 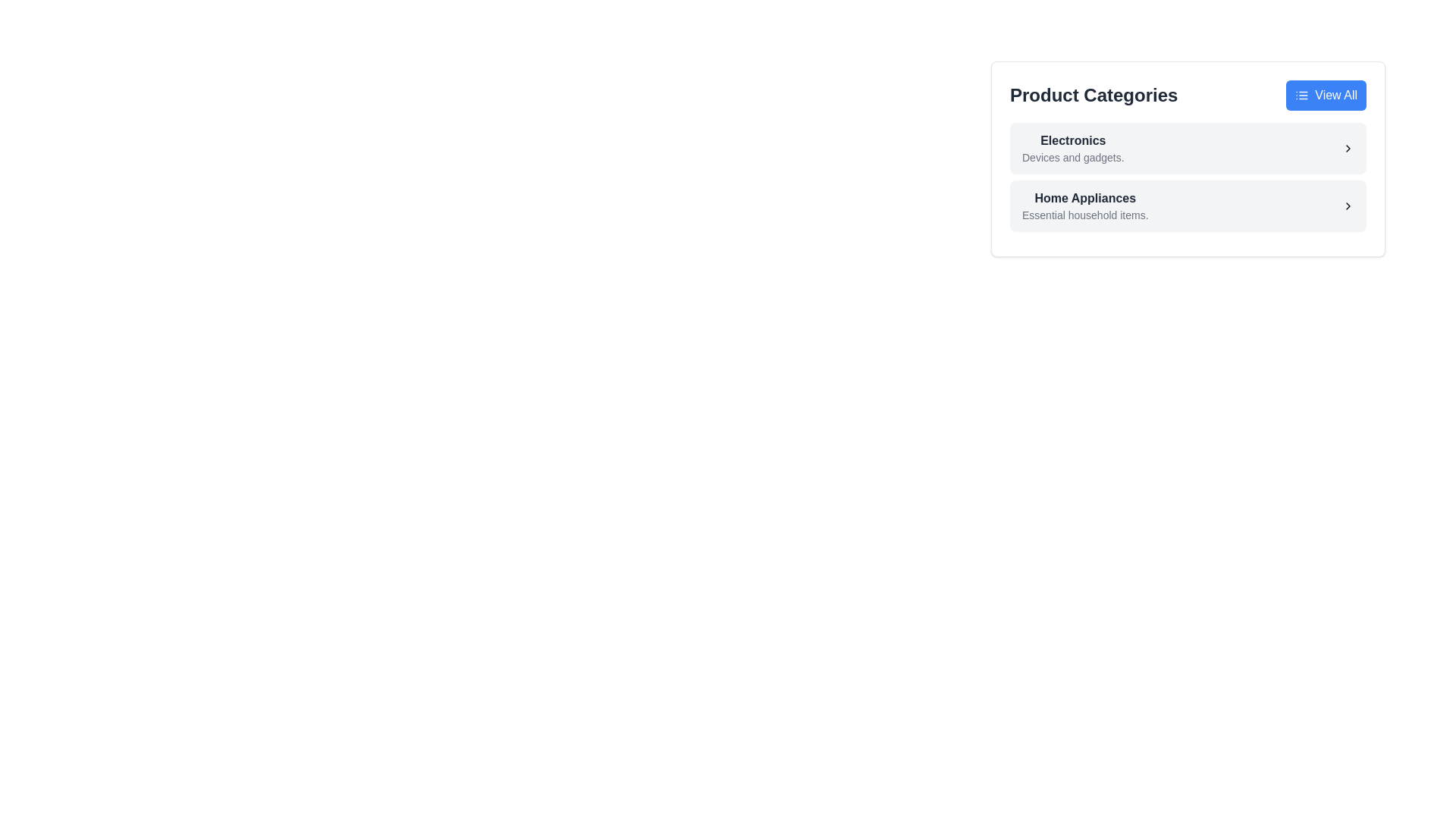 What do you see at coordinates (1348, 206) in the screenshot?
I see `the right-pointing chevron icon located at the rightmost edge of the 'Home Appliances' category block` at bounding box center [1348, 206].